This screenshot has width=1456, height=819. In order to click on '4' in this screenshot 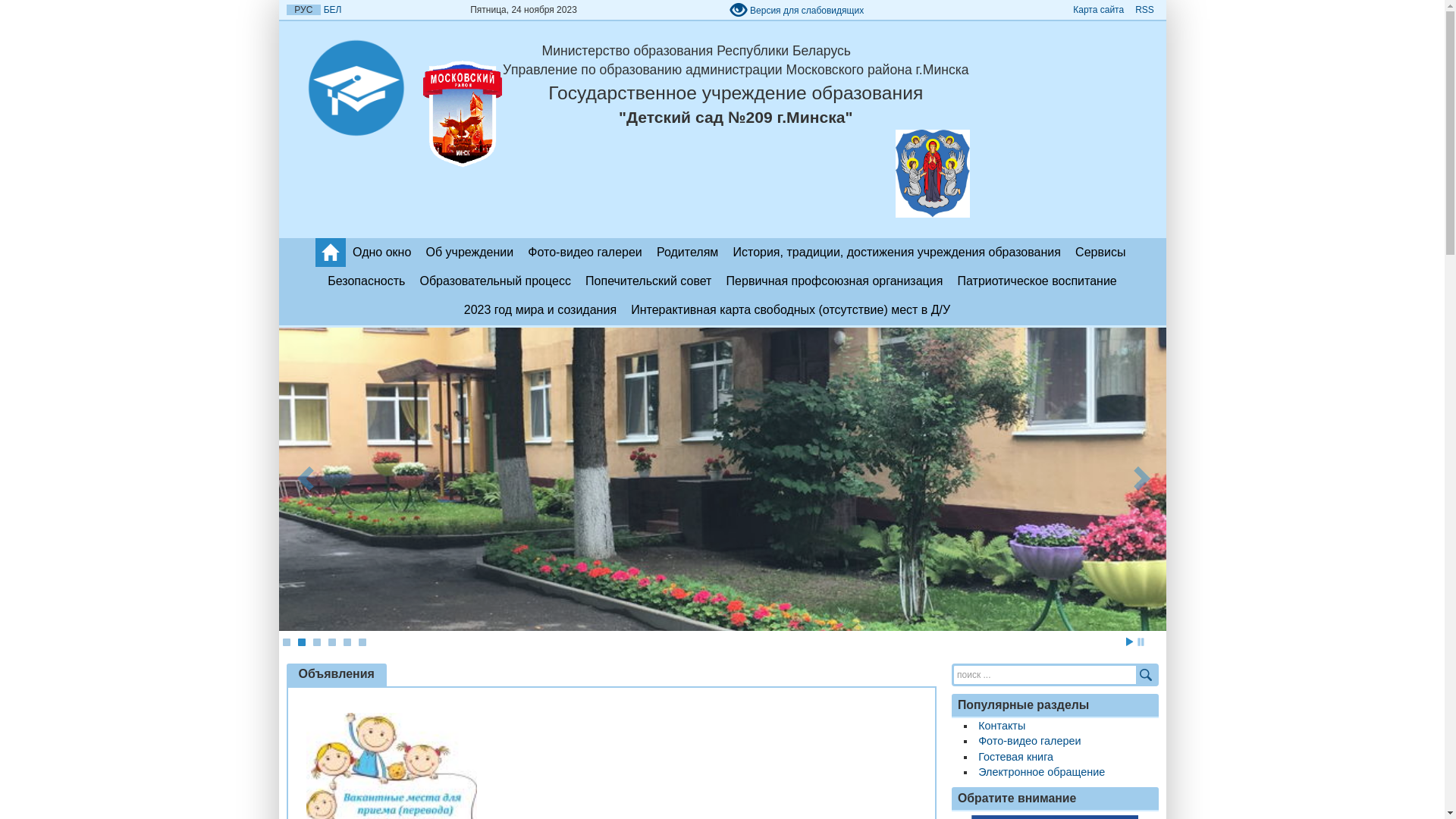, I will do `click(327, 642)`.